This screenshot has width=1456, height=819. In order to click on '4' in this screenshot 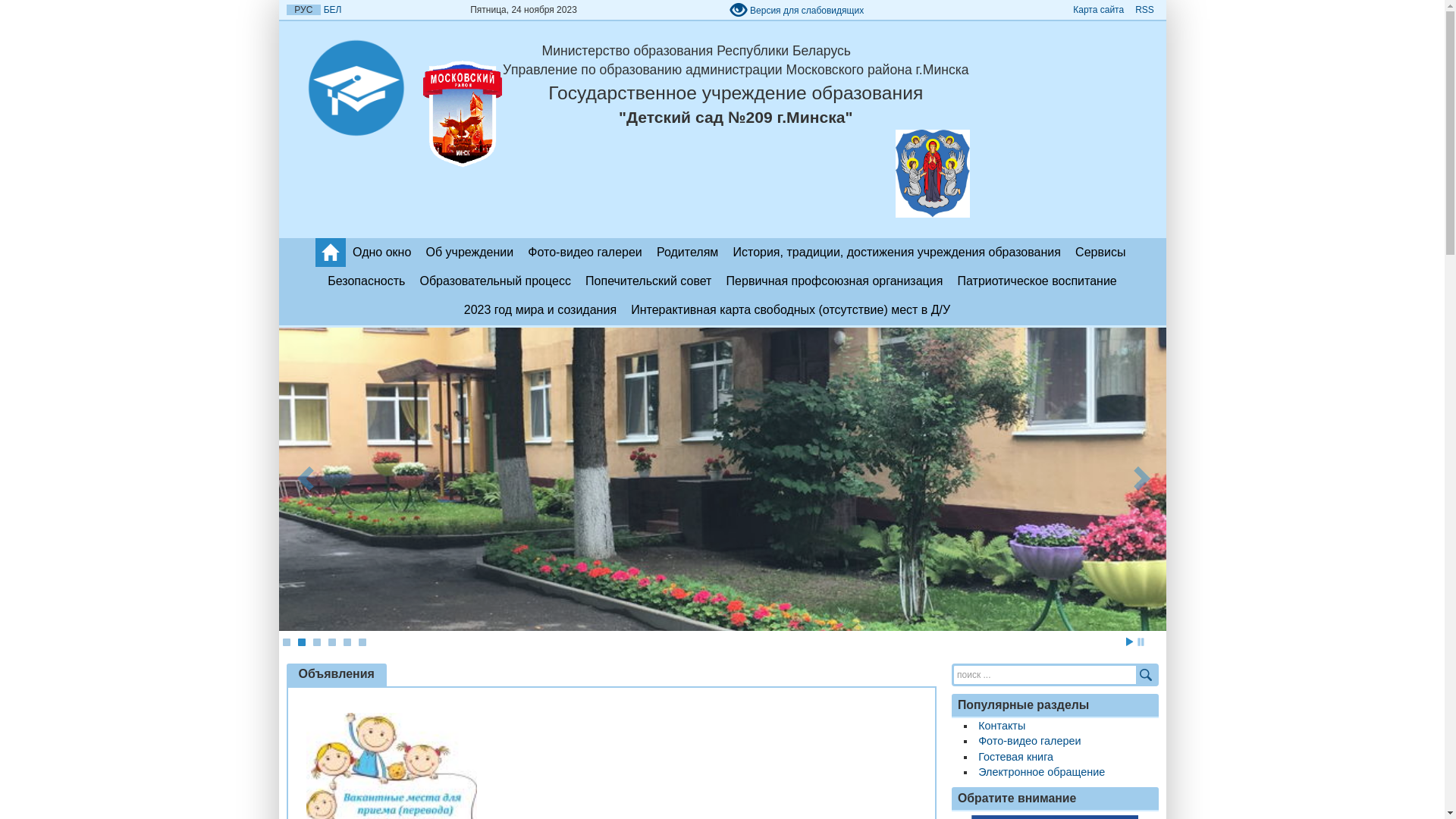, I will do `click(327, 642)`.